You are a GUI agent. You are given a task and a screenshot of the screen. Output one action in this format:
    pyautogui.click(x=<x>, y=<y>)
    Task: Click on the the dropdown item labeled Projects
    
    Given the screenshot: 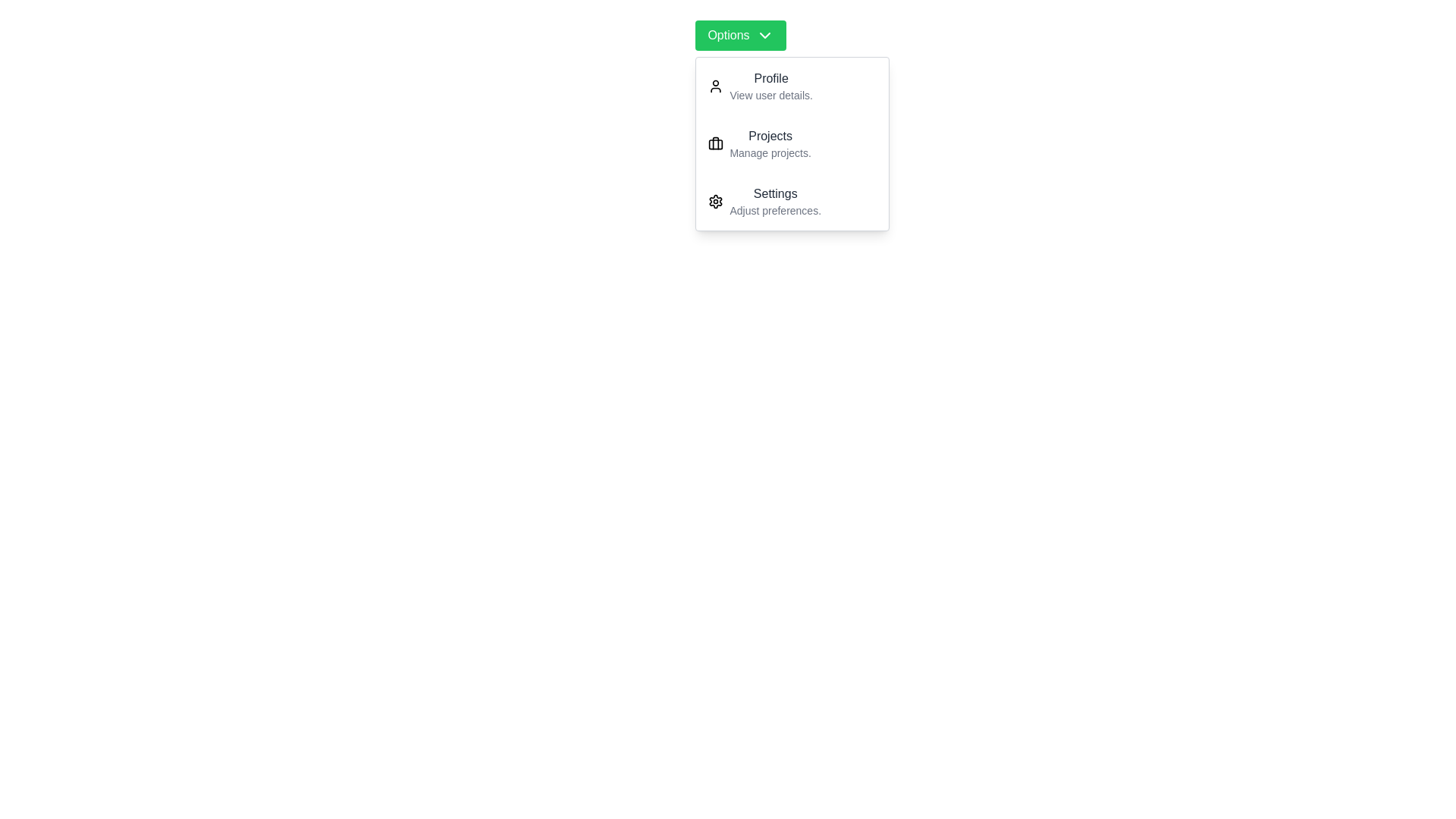 What is the action you would take?
    pyautogui.click(x=792, y=143)
    